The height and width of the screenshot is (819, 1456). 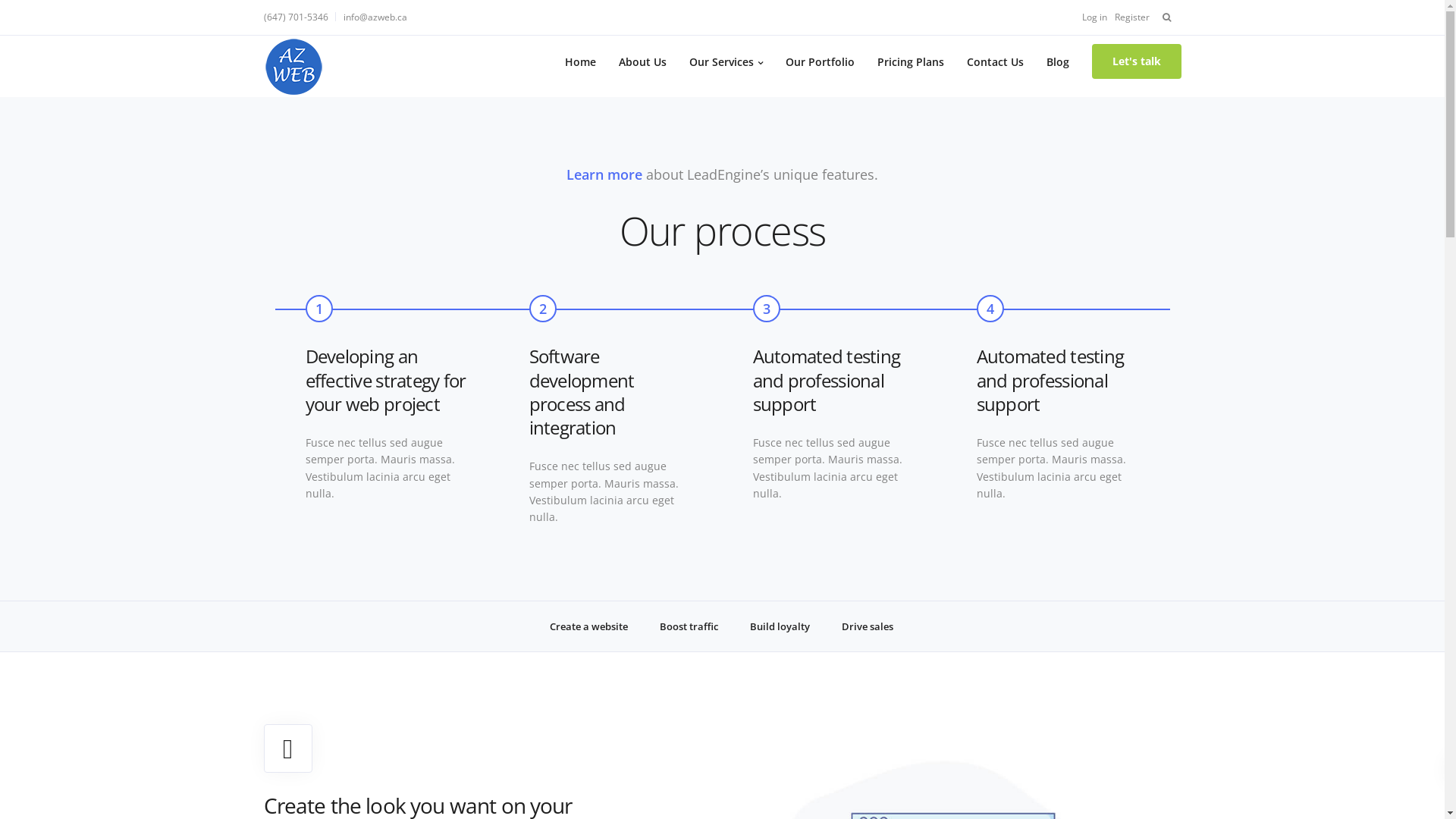 I want to click on 'Drive sales', so click(x=829, y=626).